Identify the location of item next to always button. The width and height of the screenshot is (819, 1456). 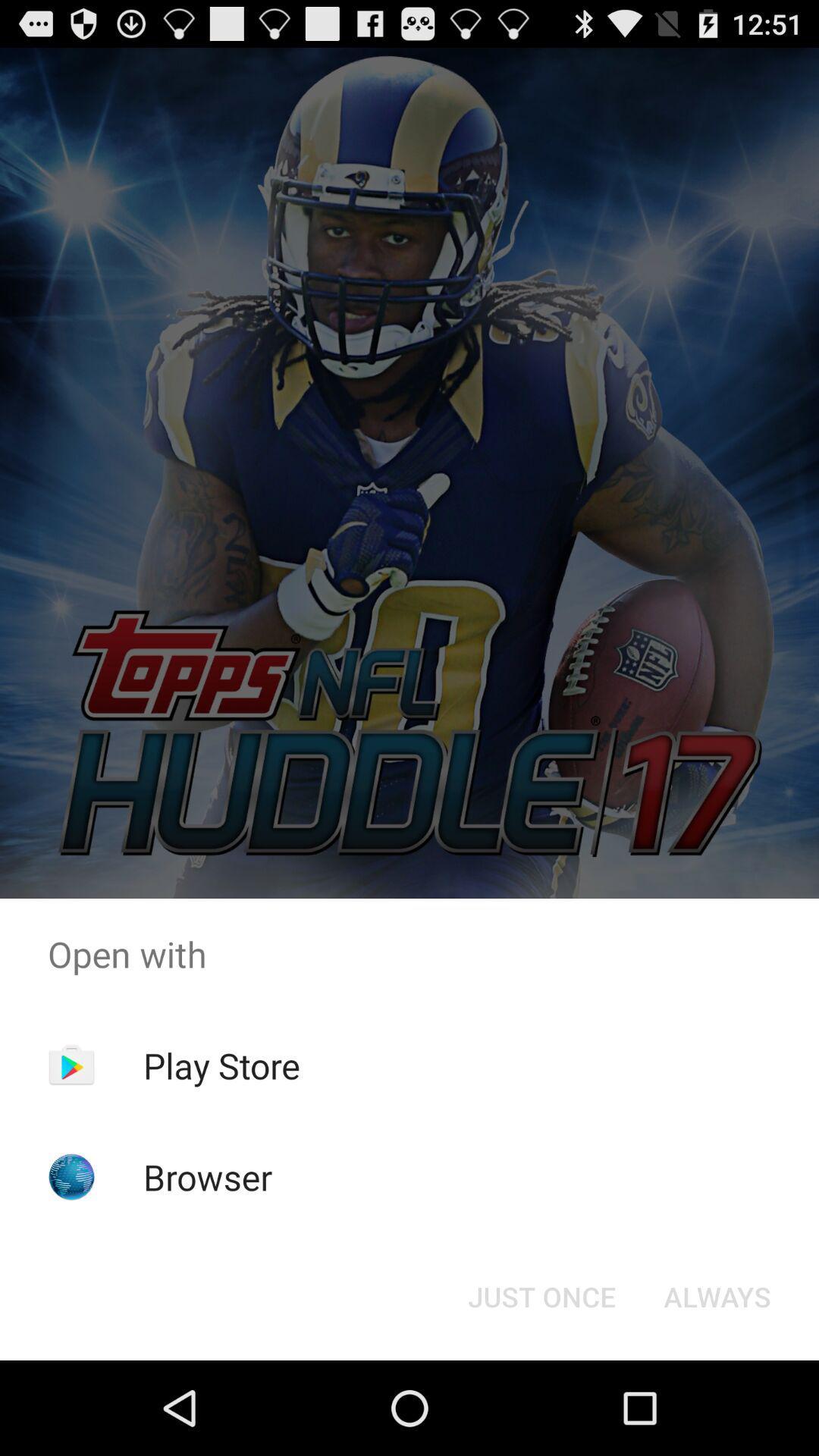
(541, 1295).